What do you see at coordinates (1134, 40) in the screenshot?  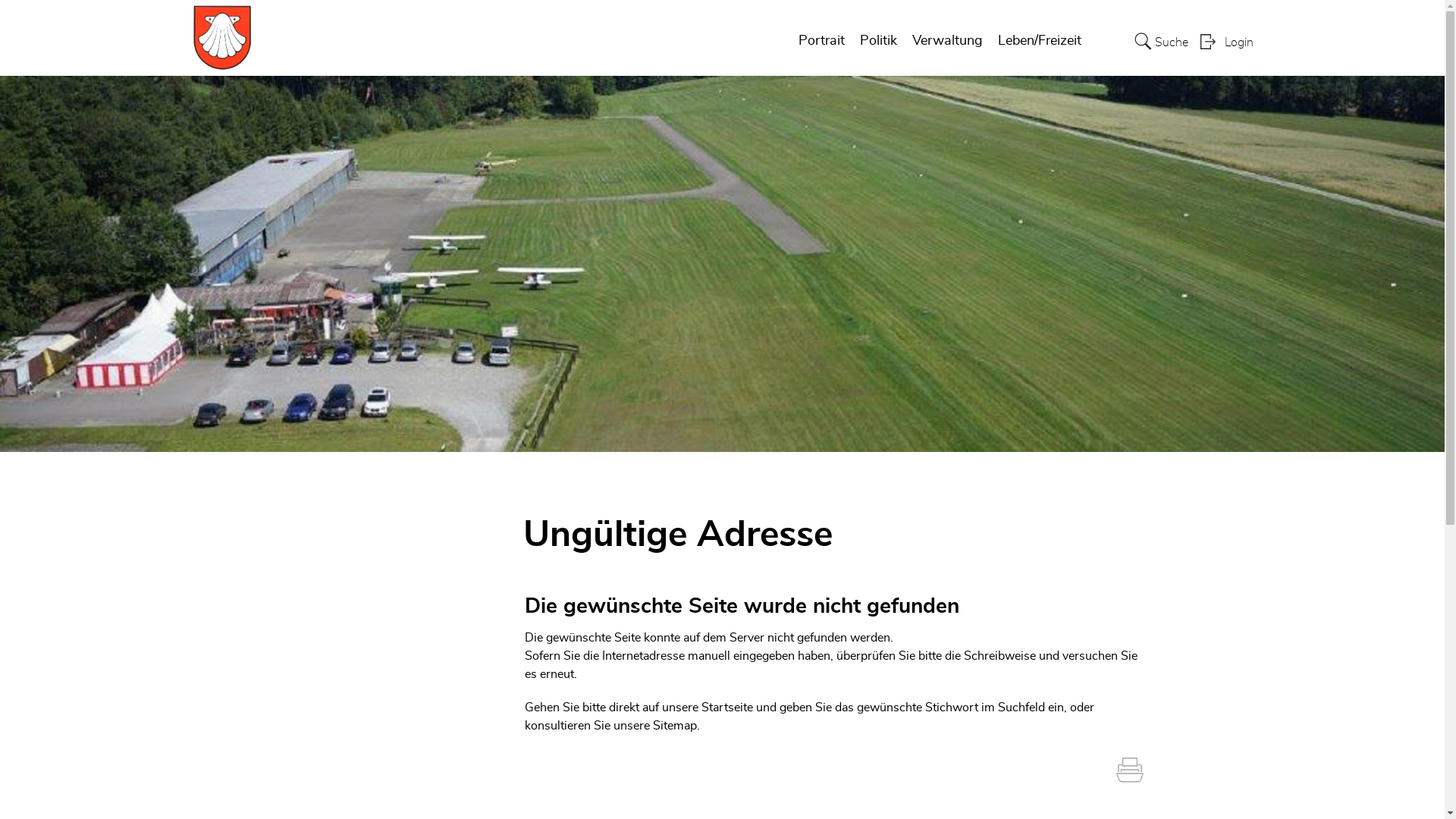 I see `'Suche'` at bounding box center [1134, 40].